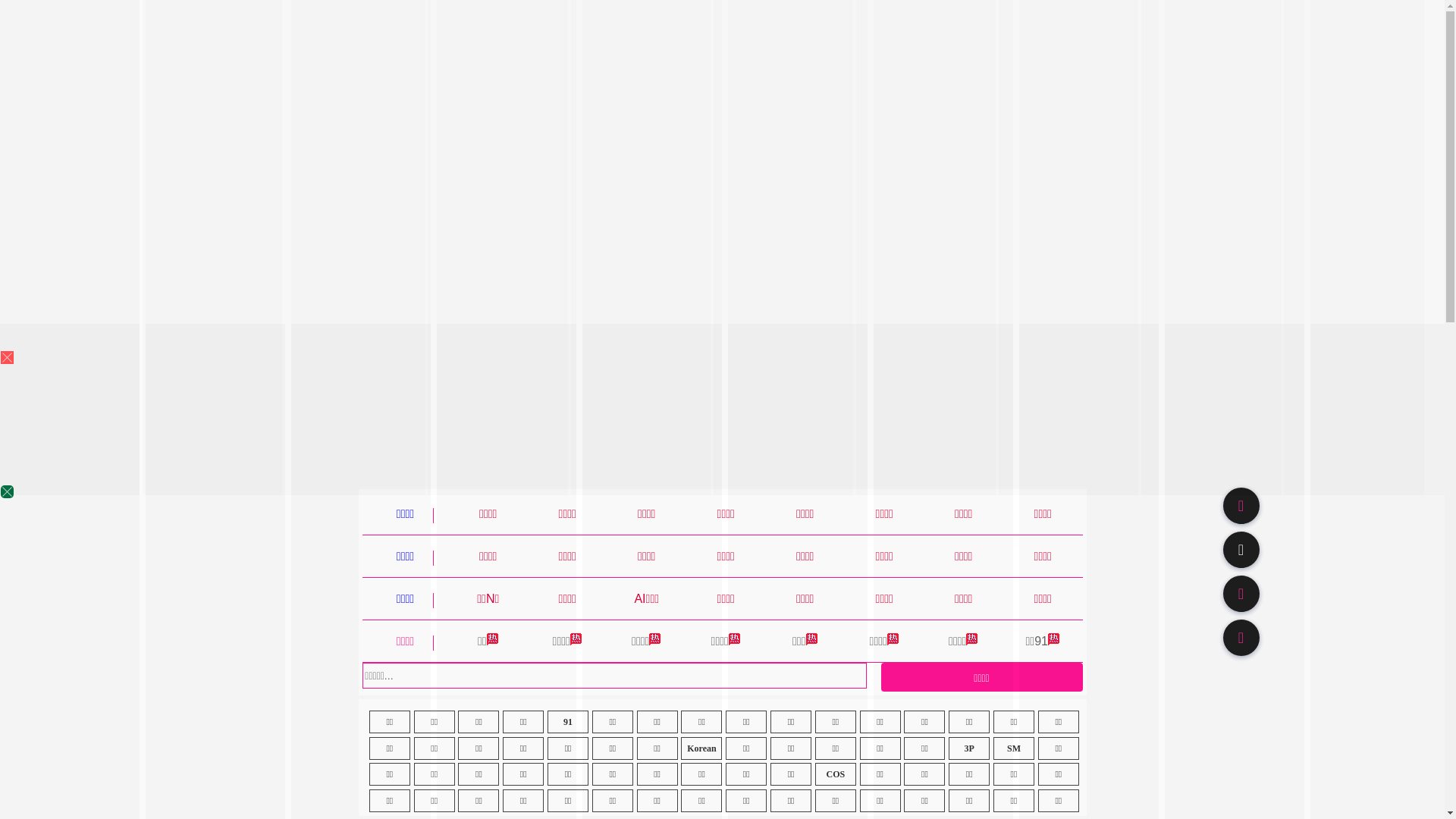 This screenshot has width=1456, height=819. Describe the element at coordinates (1014, 748) in the screenshot. I see `'SM'` at that location.